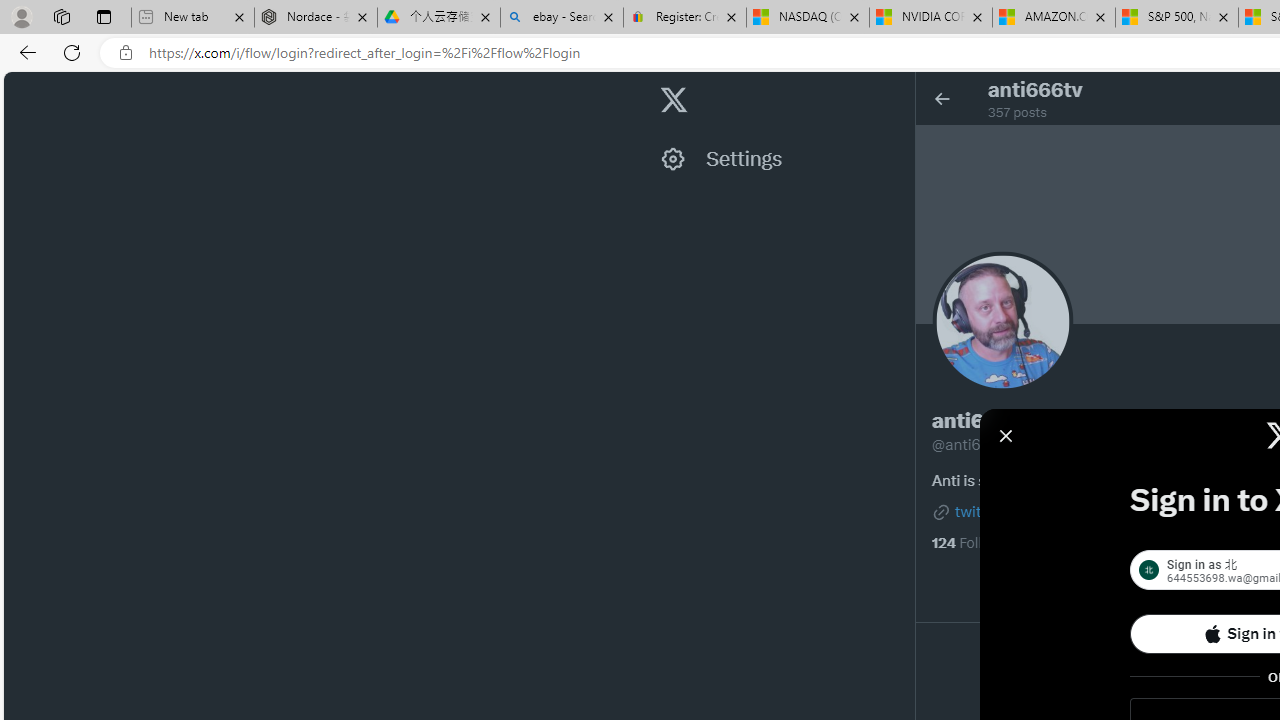  What do you see at coordinates (125, 52) in the screenshot?
I see `'View site information'` at bounding box center [125, 52].